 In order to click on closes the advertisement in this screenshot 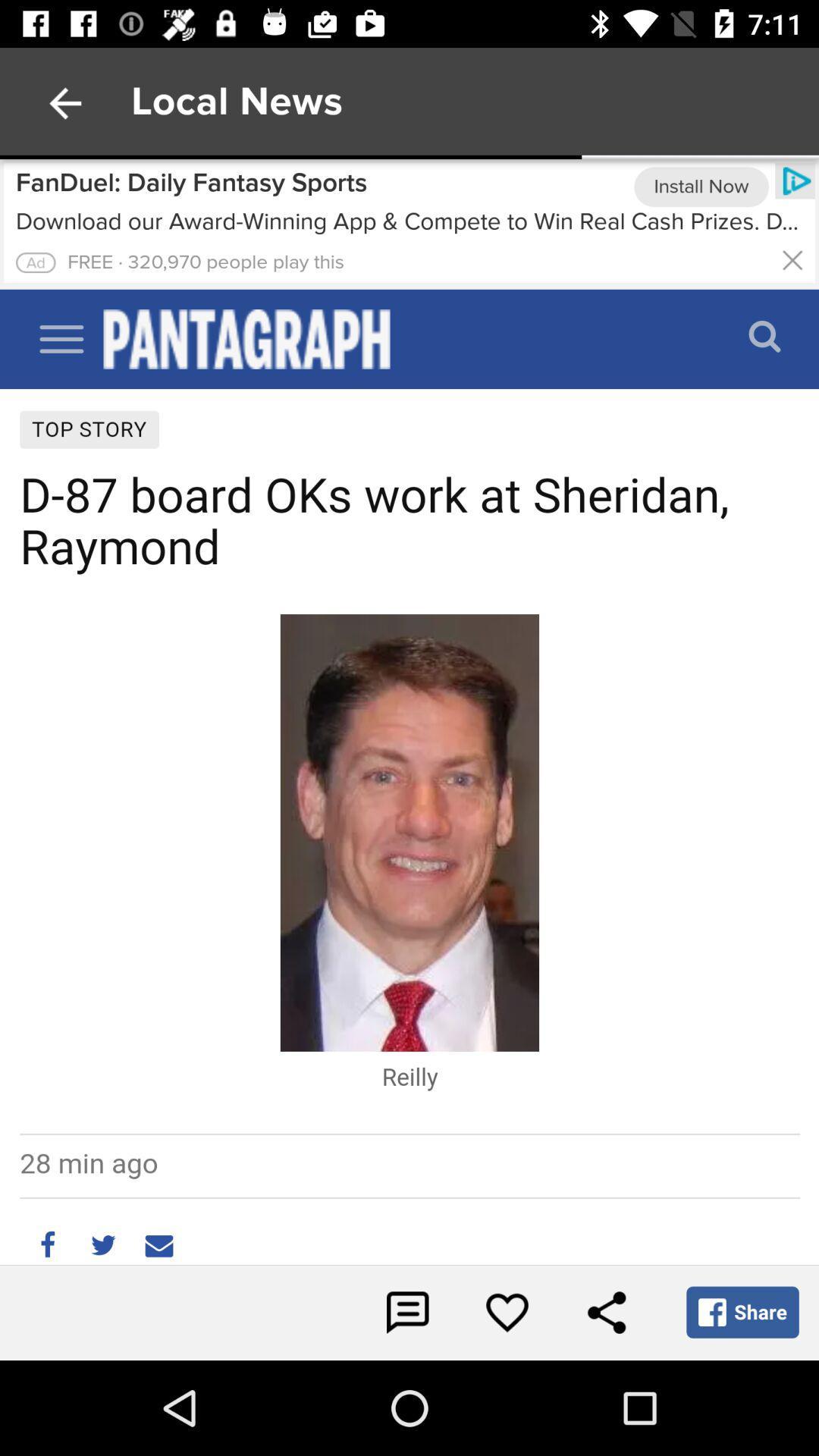, I will do `click(791, 259)`.